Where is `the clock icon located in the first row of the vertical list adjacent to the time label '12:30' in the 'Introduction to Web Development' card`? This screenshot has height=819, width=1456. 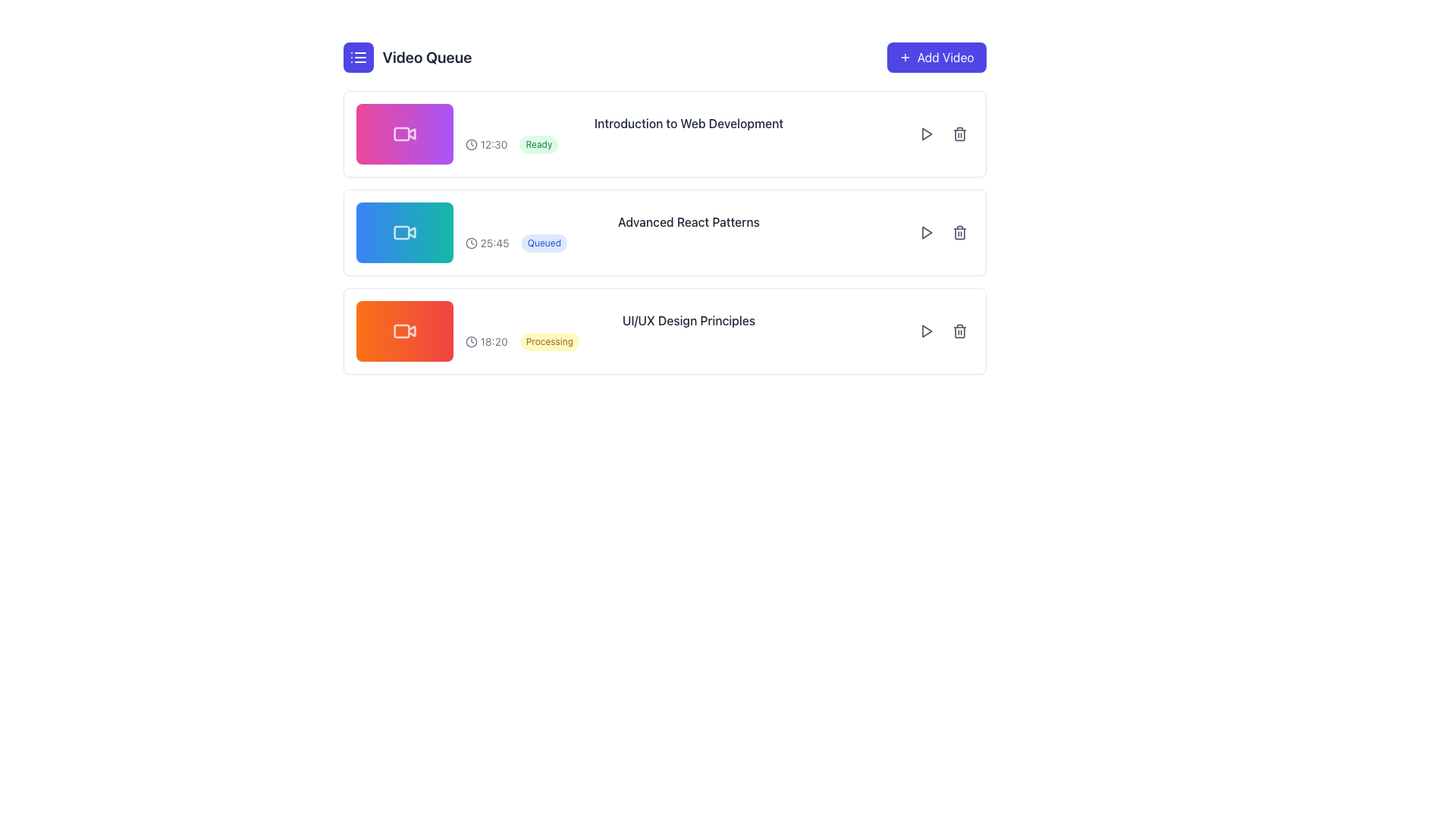
the clock icon located in the first row of the vertical list adjacent to the time label '12:30' in the 'Introduction to Web Development' card is located at coordinates (470, 145).